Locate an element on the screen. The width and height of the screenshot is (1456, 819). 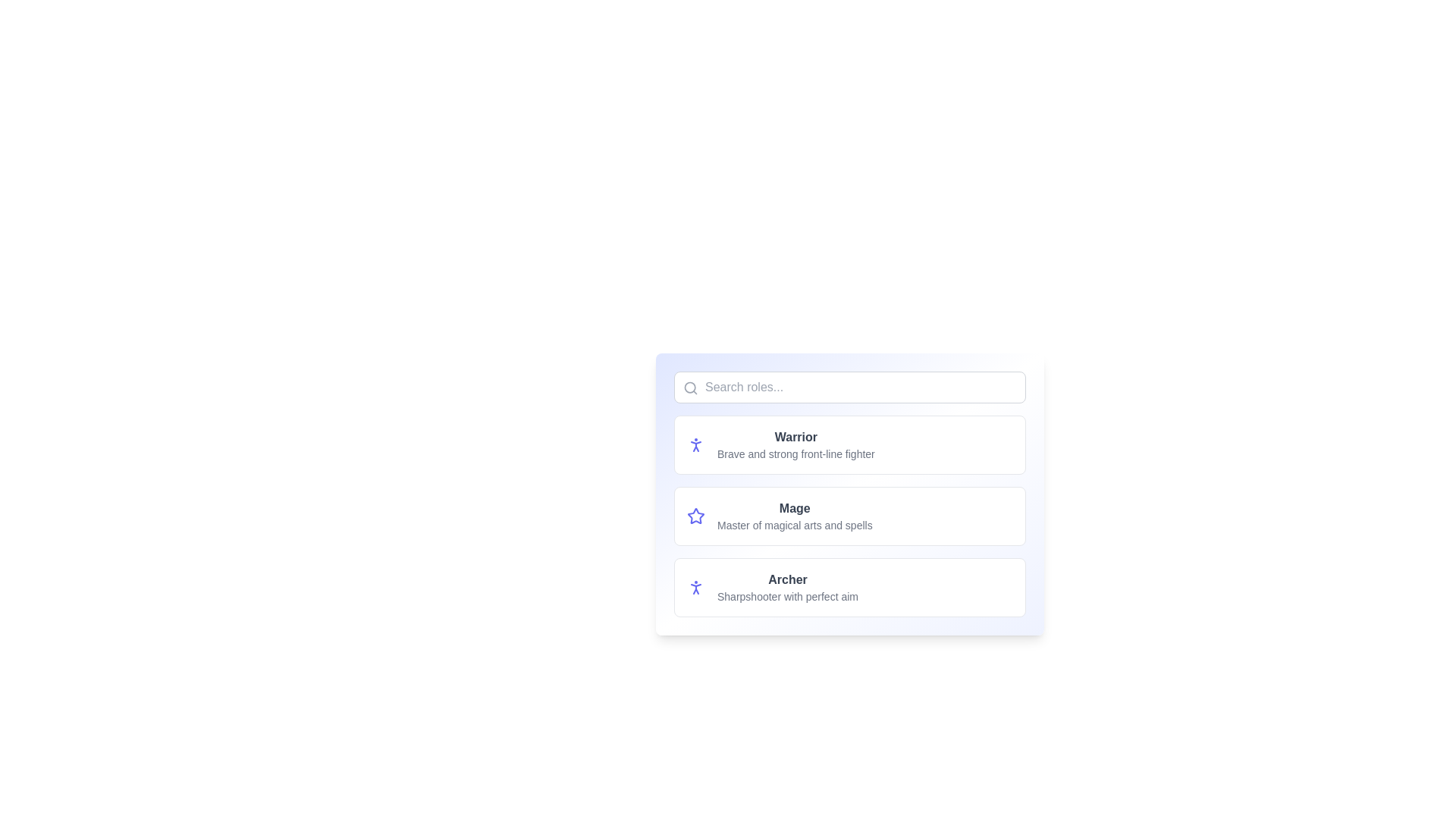
the magnifying glass icon, which is a circular element indicating search functionality, located to the left of the search input box is located at coordinates (689, 387).